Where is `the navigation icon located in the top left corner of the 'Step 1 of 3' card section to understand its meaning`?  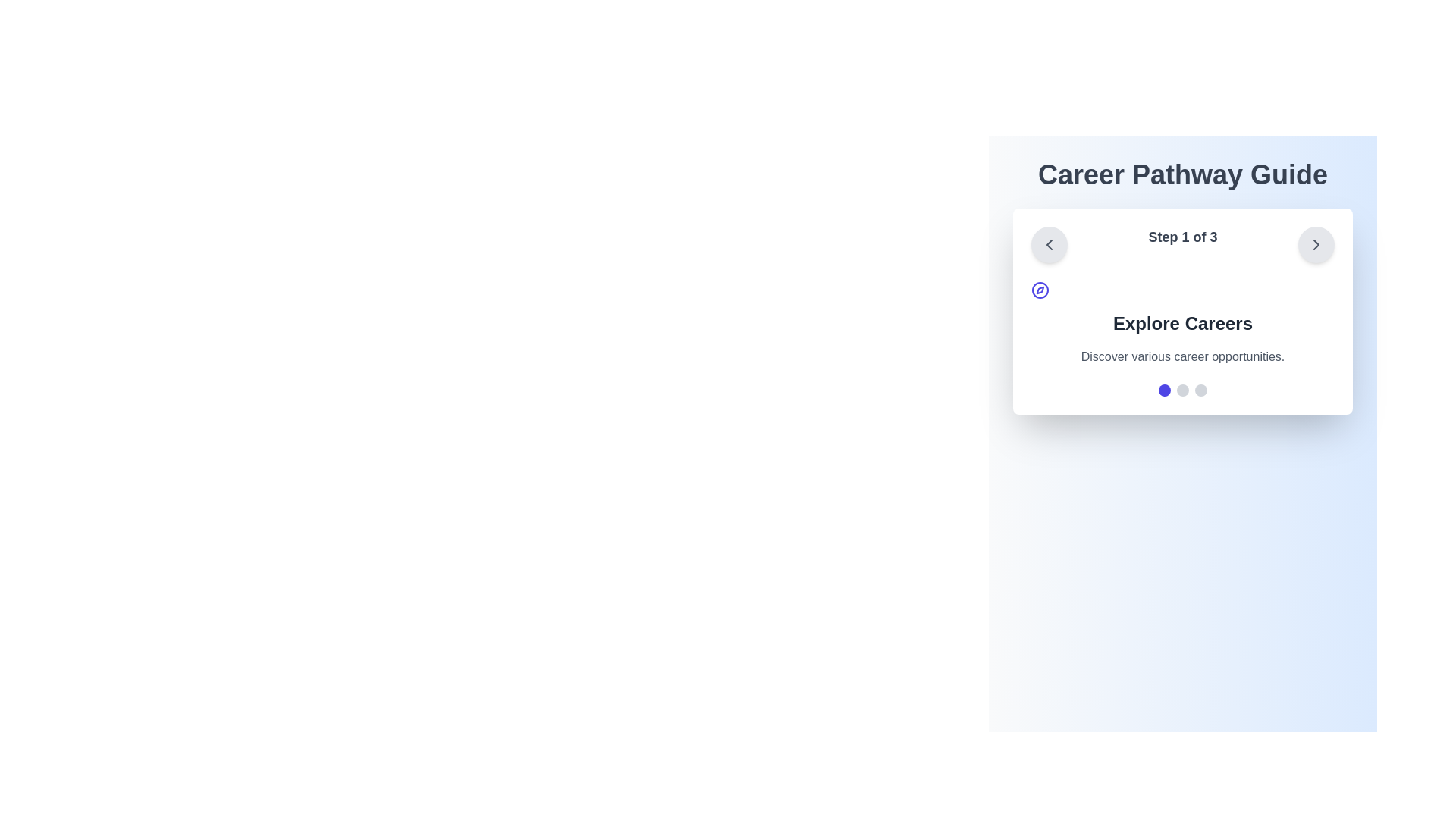 the navigation icon located in the top left corner of the 'Step 1 of 3' card section to understand its meaning is located at coordinates (1040, 290).